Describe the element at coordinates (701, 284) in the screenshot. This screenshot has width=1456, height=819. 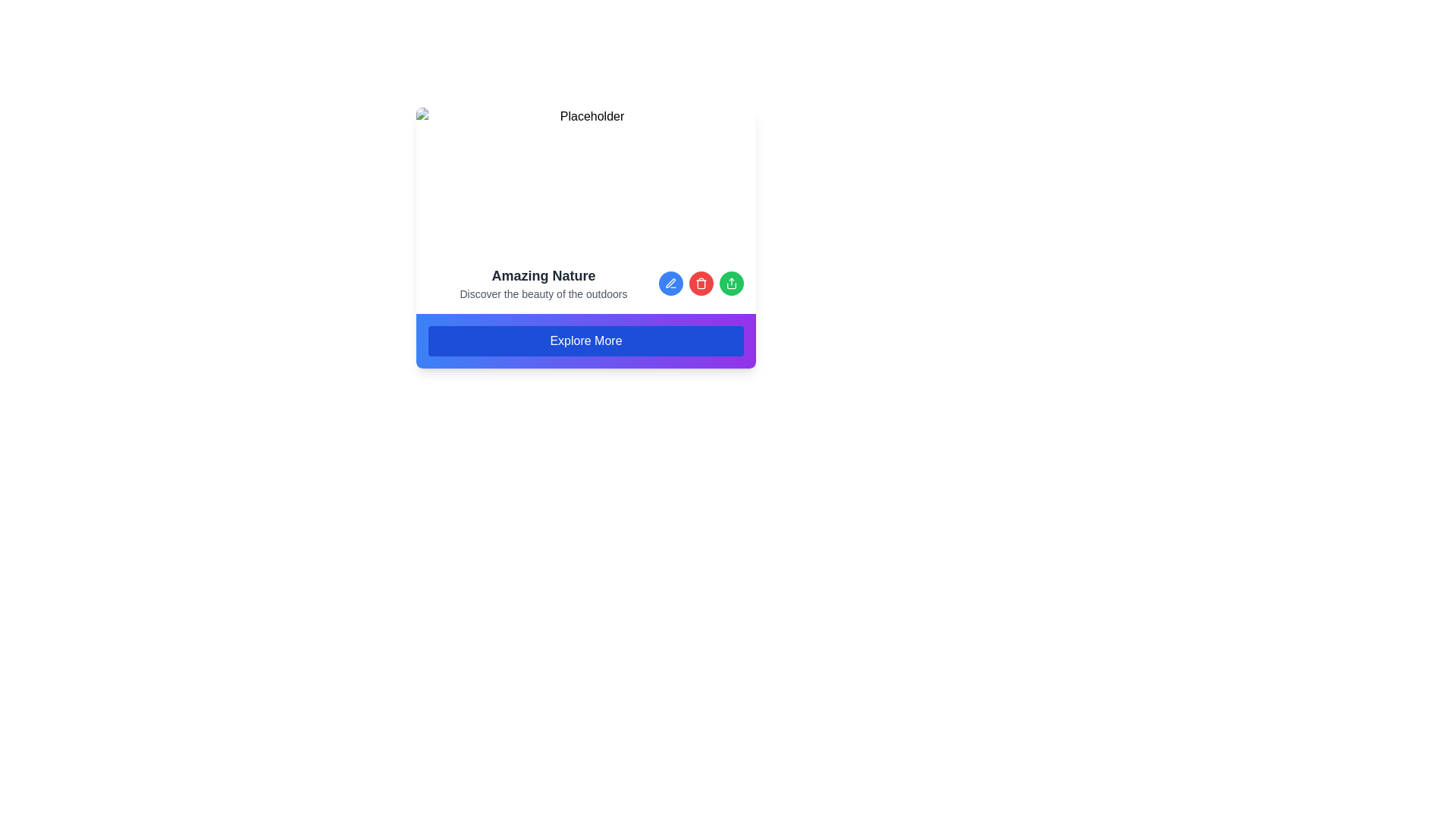
I see `the middle delete icon button located below the 'Amazing Nature' title` at that location.